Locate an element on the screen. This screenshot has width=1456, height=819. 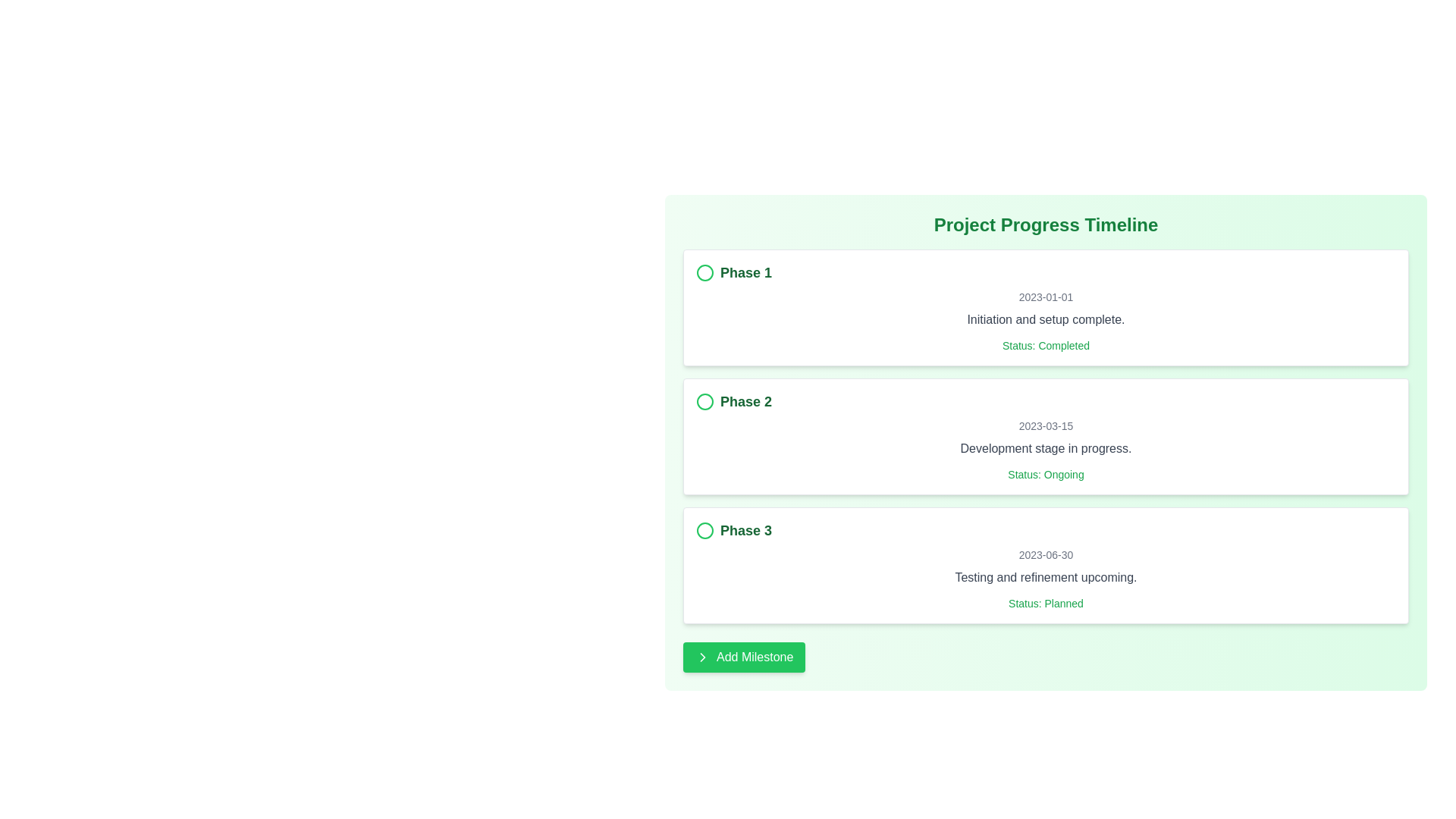
the Text Label displaying 'Testing and refinement upcoming.' which is styled with a gray font under the date '2023-06-30' as part of the information for 'Phase 3' is located at coordinates (1045, 578).